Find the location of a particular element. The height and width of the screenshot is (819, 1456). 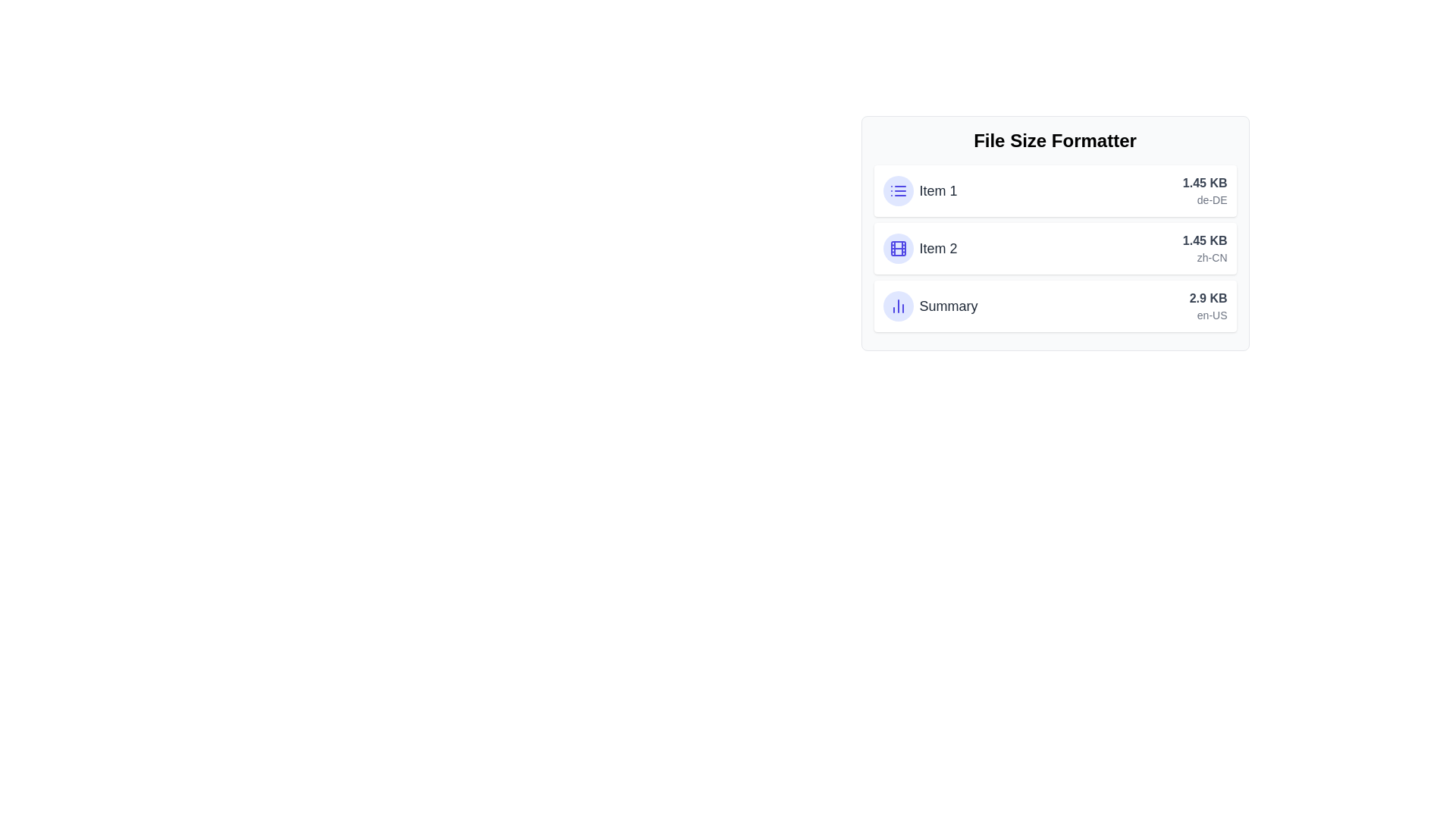

the icon representing a video-related item located in the second row of the 'File Size Formatter' card, to the left of the text labeled 'Item 2' is located at coordinates (898, 247).